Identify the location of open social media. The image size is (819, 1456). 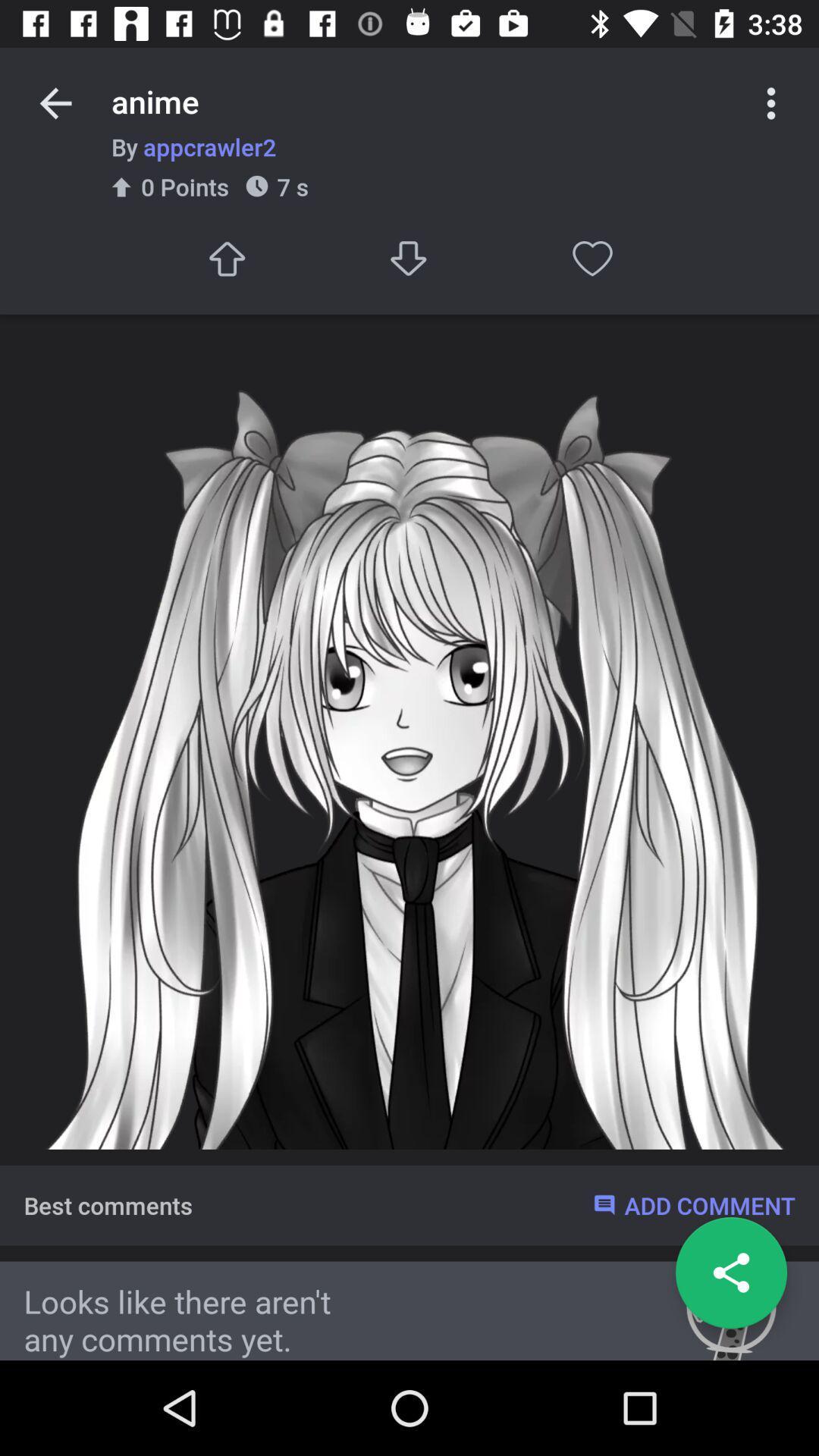
(730, 1272).